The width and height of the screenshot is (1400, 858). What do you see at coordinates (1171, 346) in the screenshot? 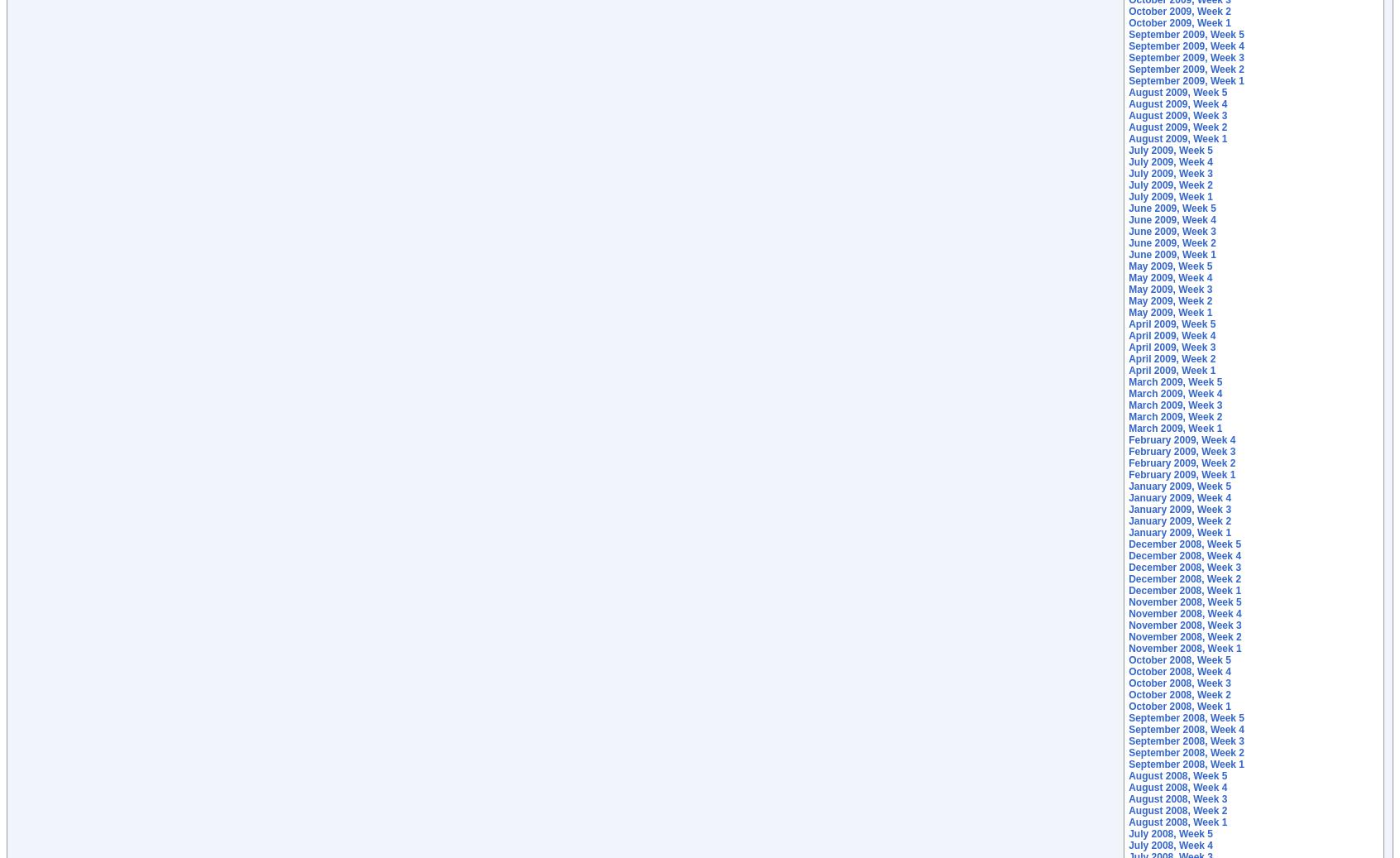
I see `'April 2009, Week 3'` at bounding box center [1171, 346].